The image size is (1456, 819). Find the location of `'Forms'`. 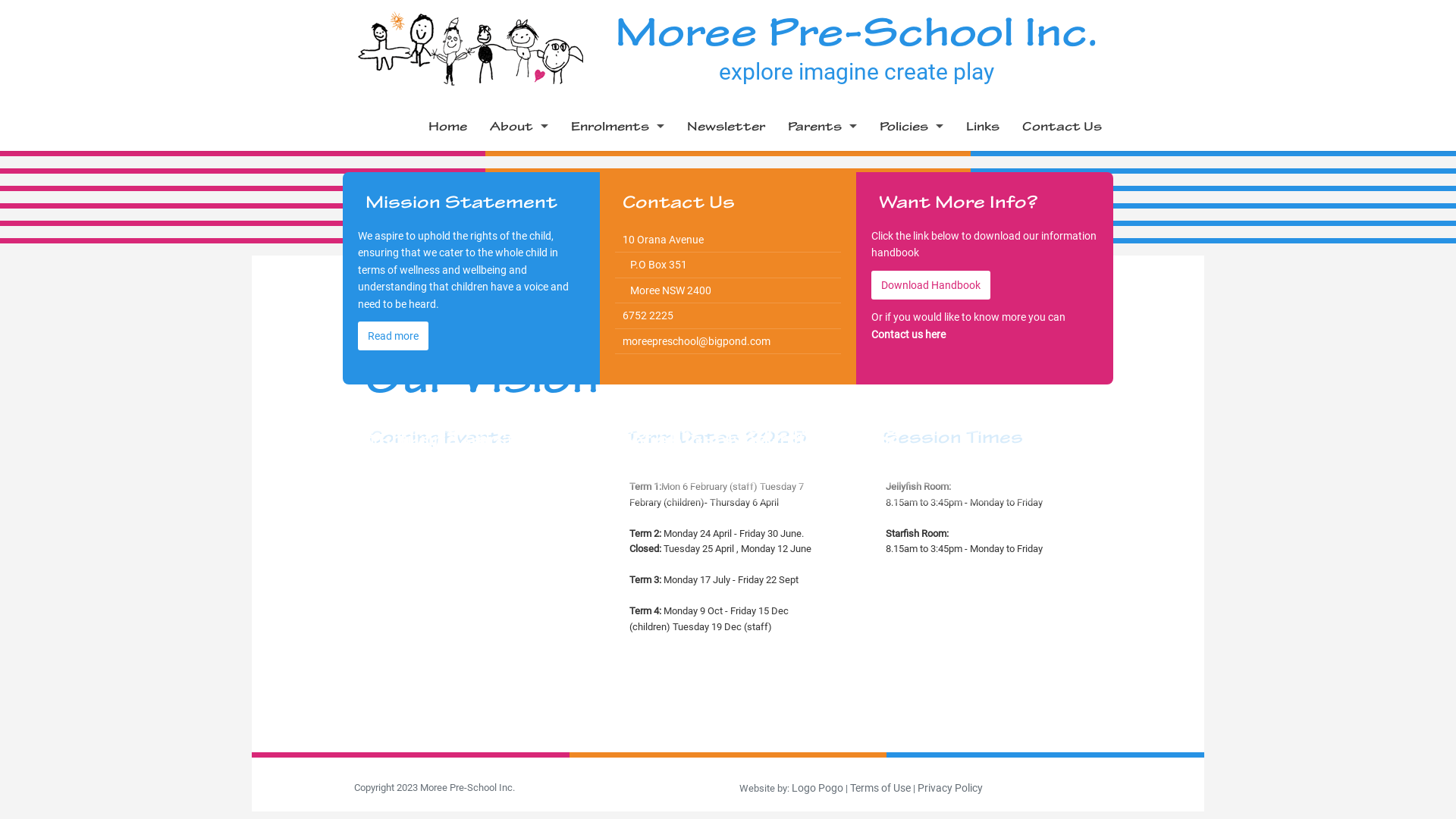

'Forms' is located at coordinates (617, 193).